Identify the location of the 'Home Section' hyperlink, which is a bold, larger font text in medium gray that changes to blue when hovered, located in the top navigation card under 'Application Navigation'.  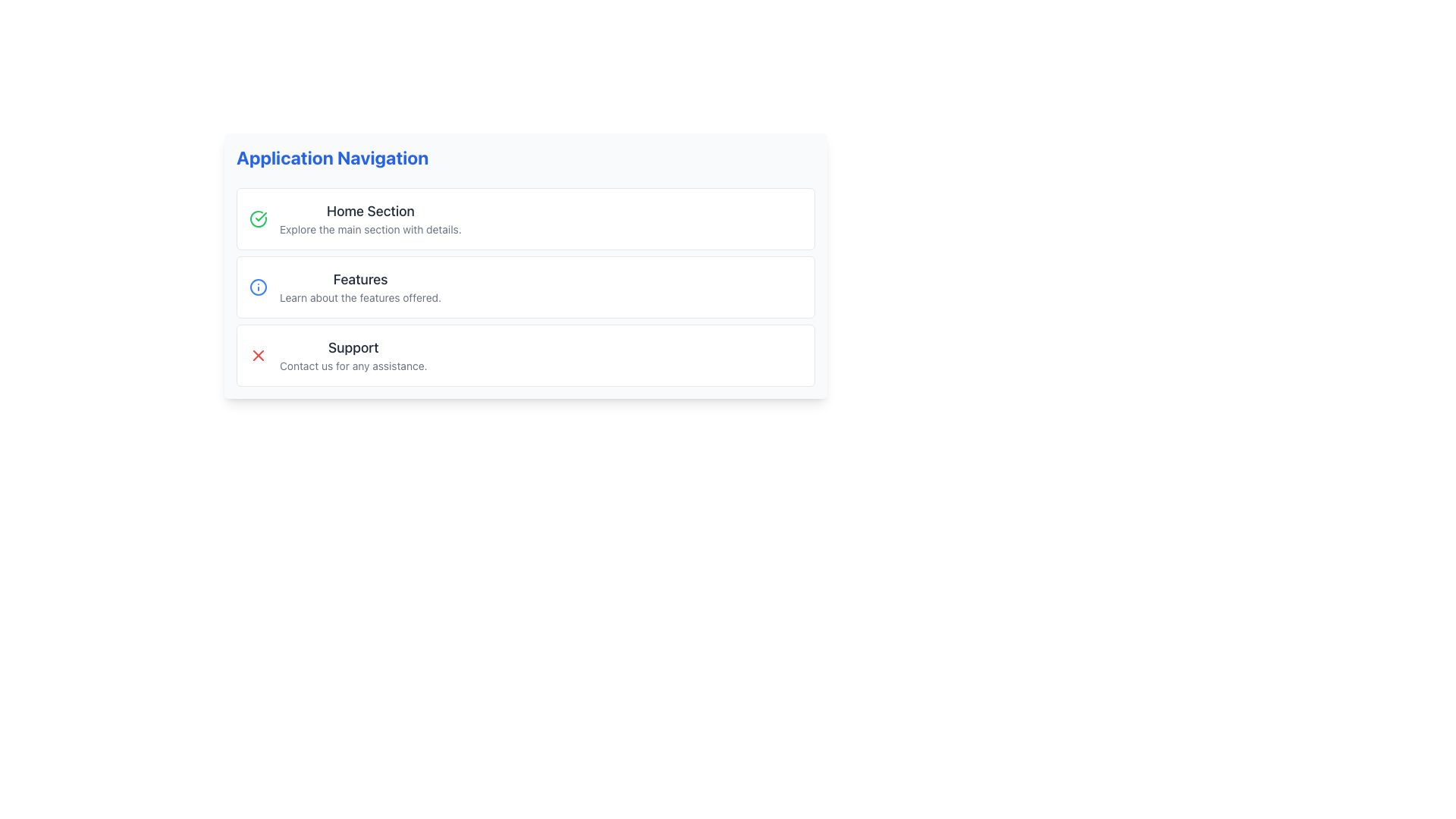
(370, 211).